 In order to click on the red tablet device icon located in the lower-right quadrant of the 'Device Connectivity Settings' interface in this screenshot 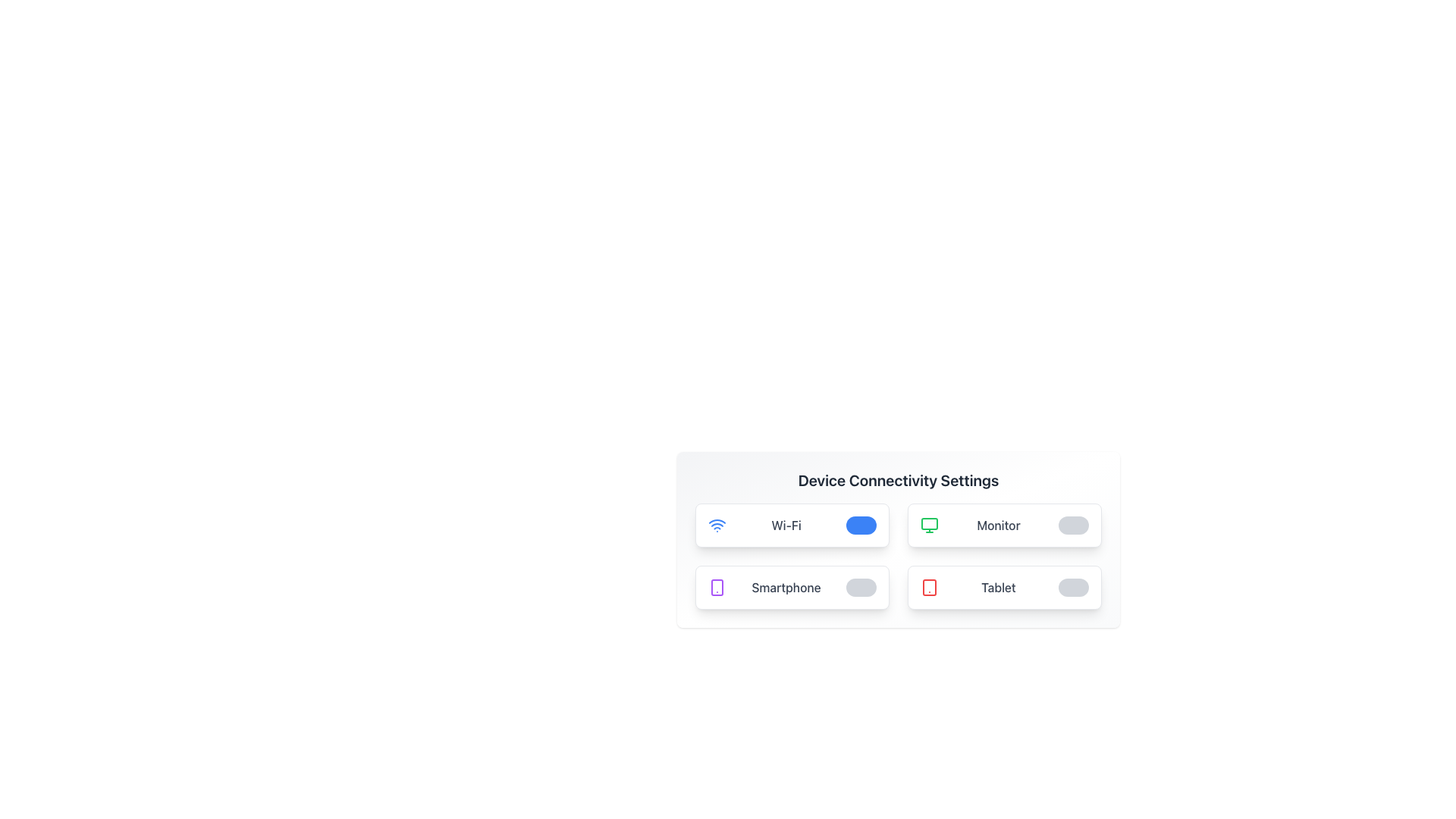, I will do `click(928, 587)`.